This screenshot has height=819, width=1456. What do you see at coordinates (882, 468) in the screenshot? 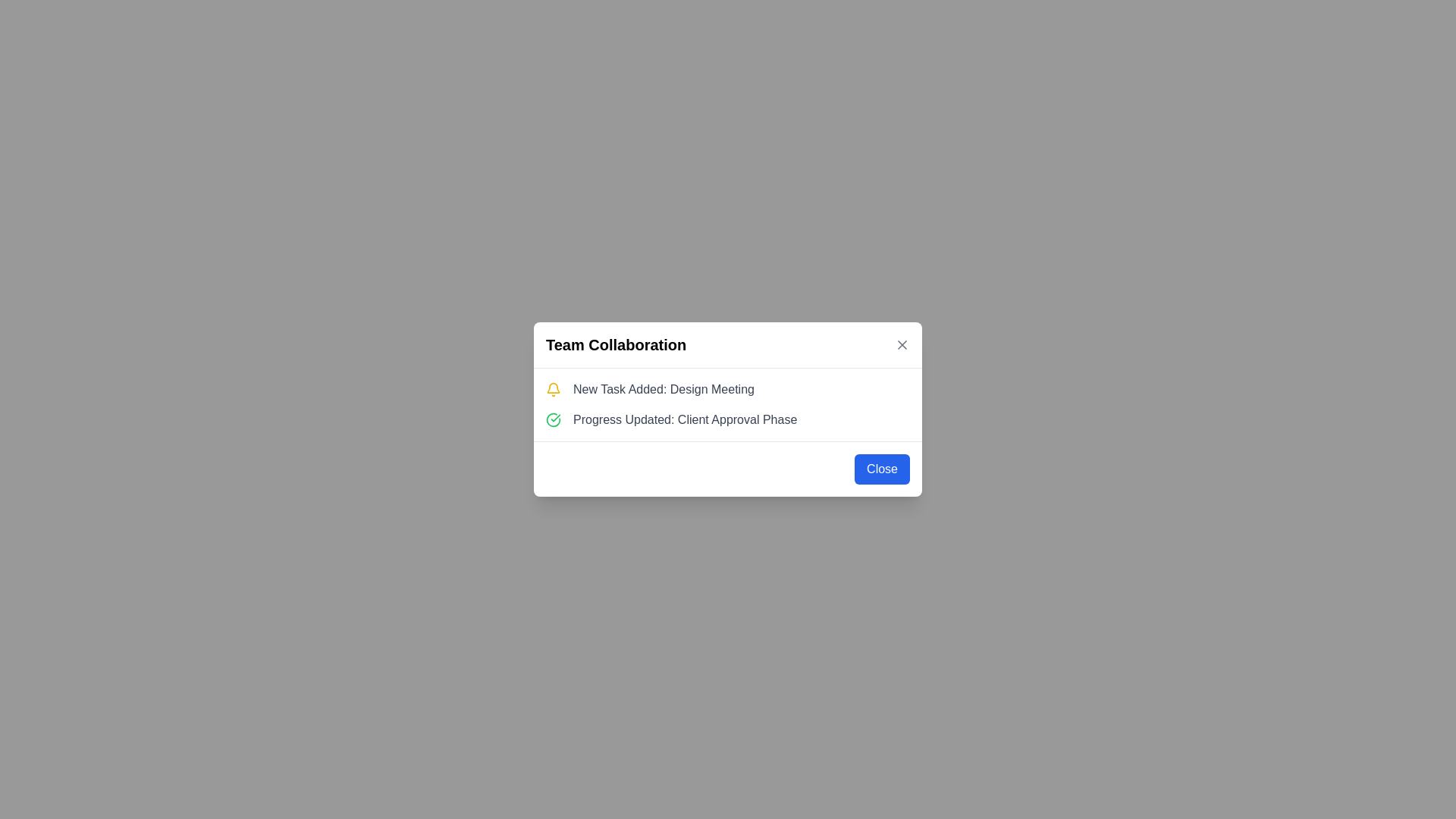
I see `the close button located at the bottom-right of the 'Team Collaboration' dialog box` at bounding box center [882, 468].